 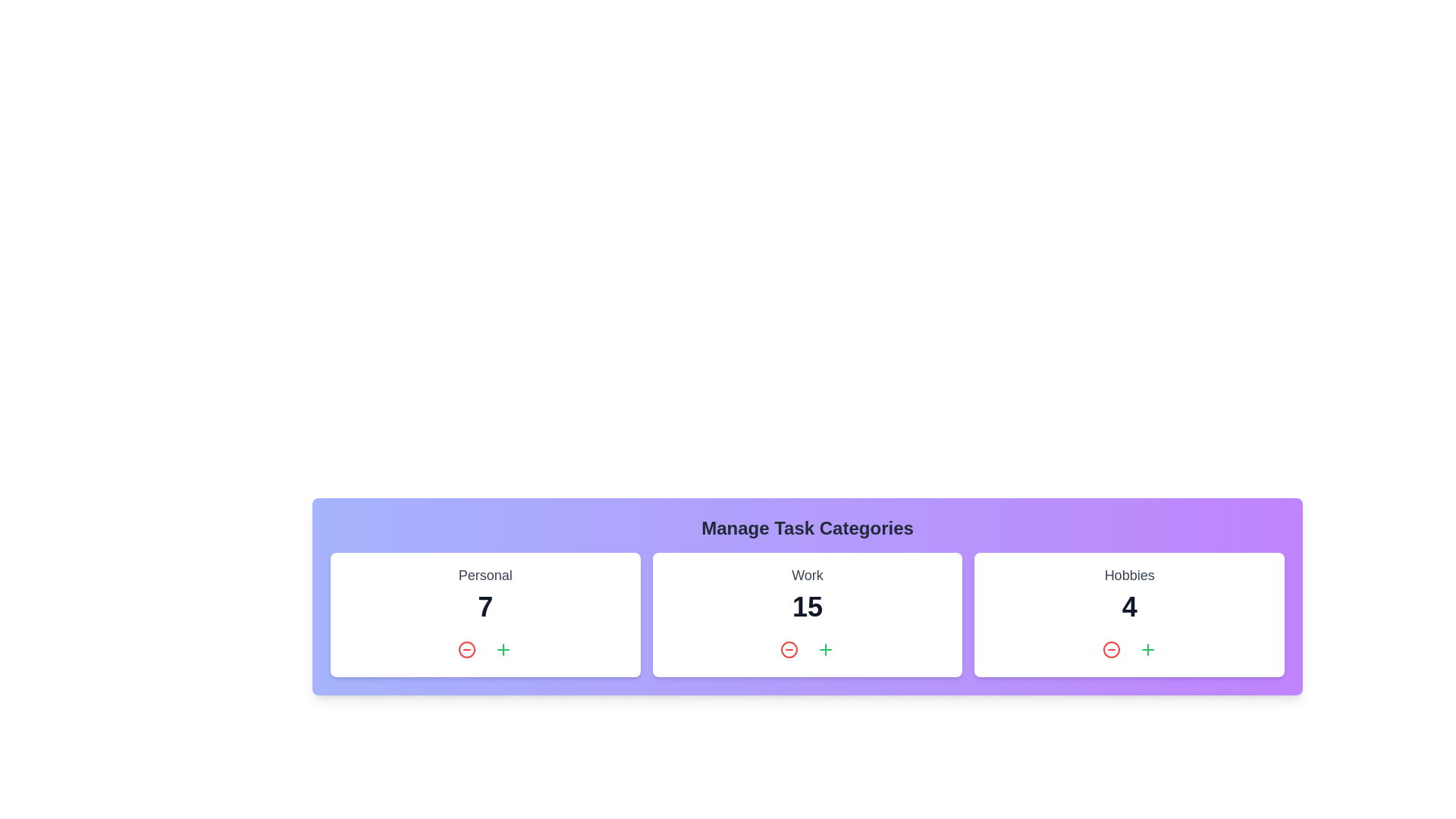 What do you see at coordinates (807, 607) in the screenshot?
I see `the '15' task count of the 'Work' category` at bounding box center [807, 607].